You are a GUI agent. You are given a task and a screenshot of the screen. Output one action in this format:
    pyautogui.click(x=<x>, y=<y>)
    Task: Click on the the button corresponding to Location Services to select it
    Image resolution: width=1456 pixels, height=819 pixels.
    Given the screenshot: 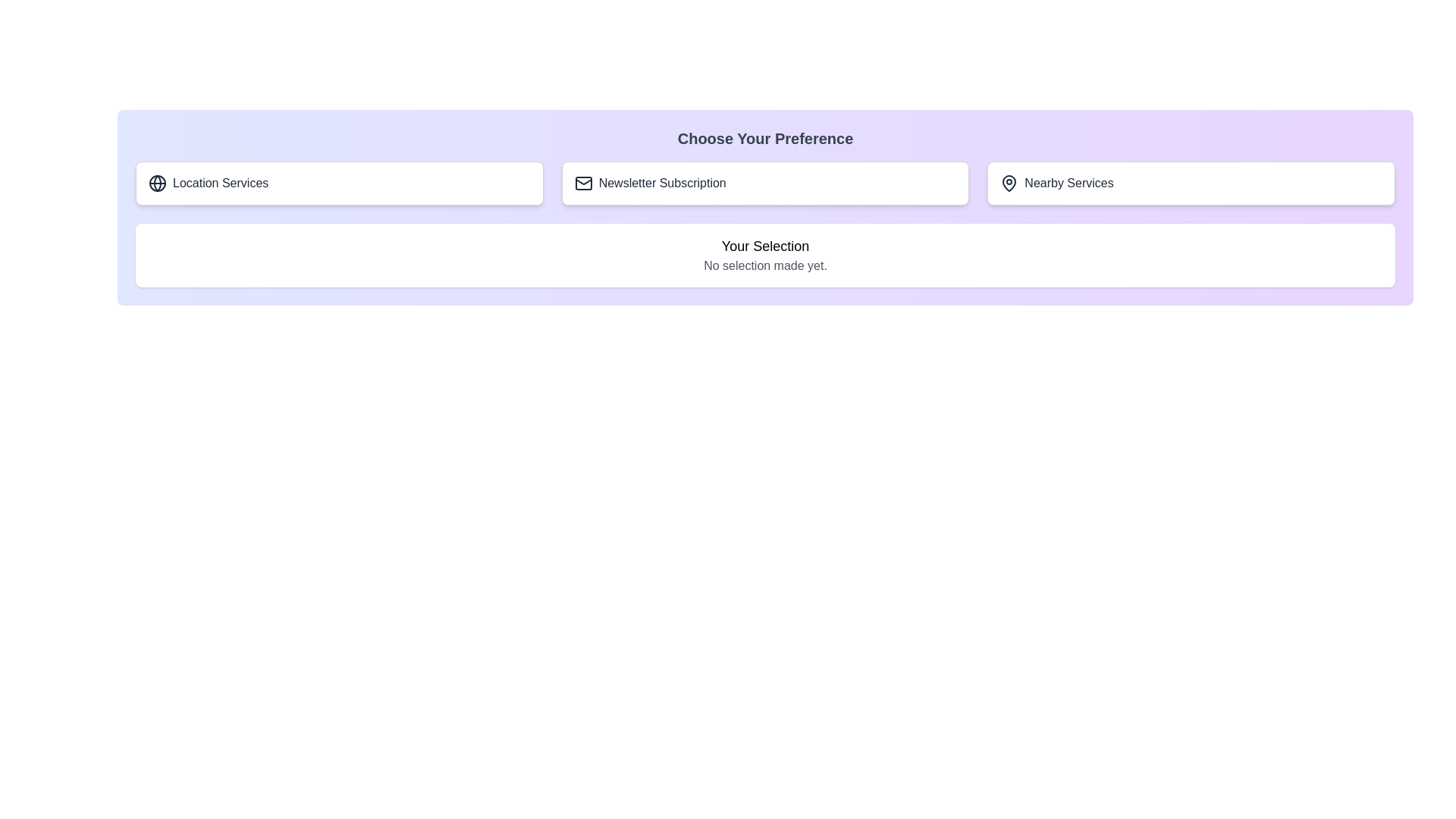 What is the action you would take?
    pyautogui.click(x=338, y=183)
    